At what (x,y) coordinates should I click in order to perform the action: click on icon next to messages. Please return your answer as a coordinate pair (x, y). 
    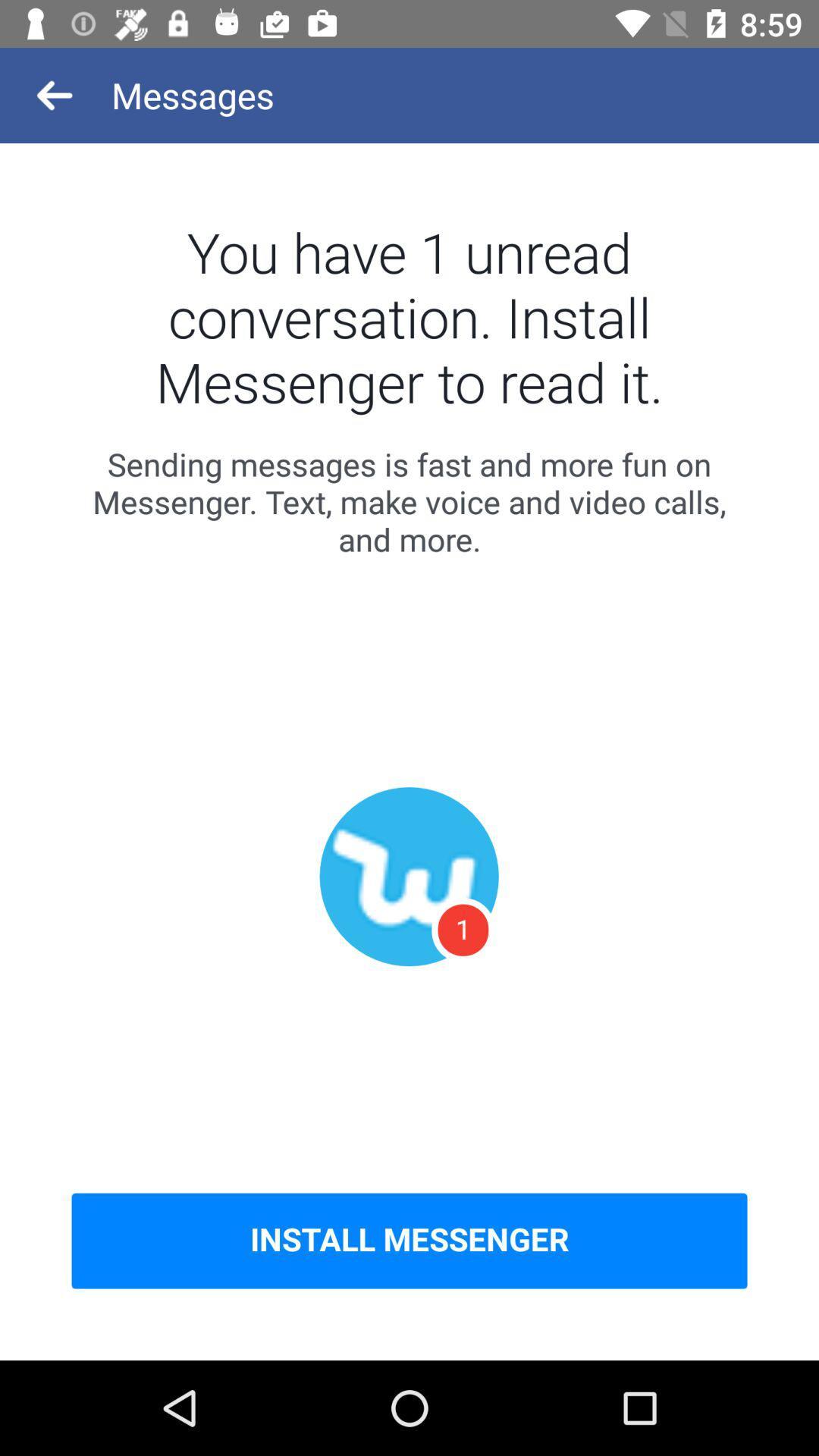
    Looking at the image, I should click on (55, 94).